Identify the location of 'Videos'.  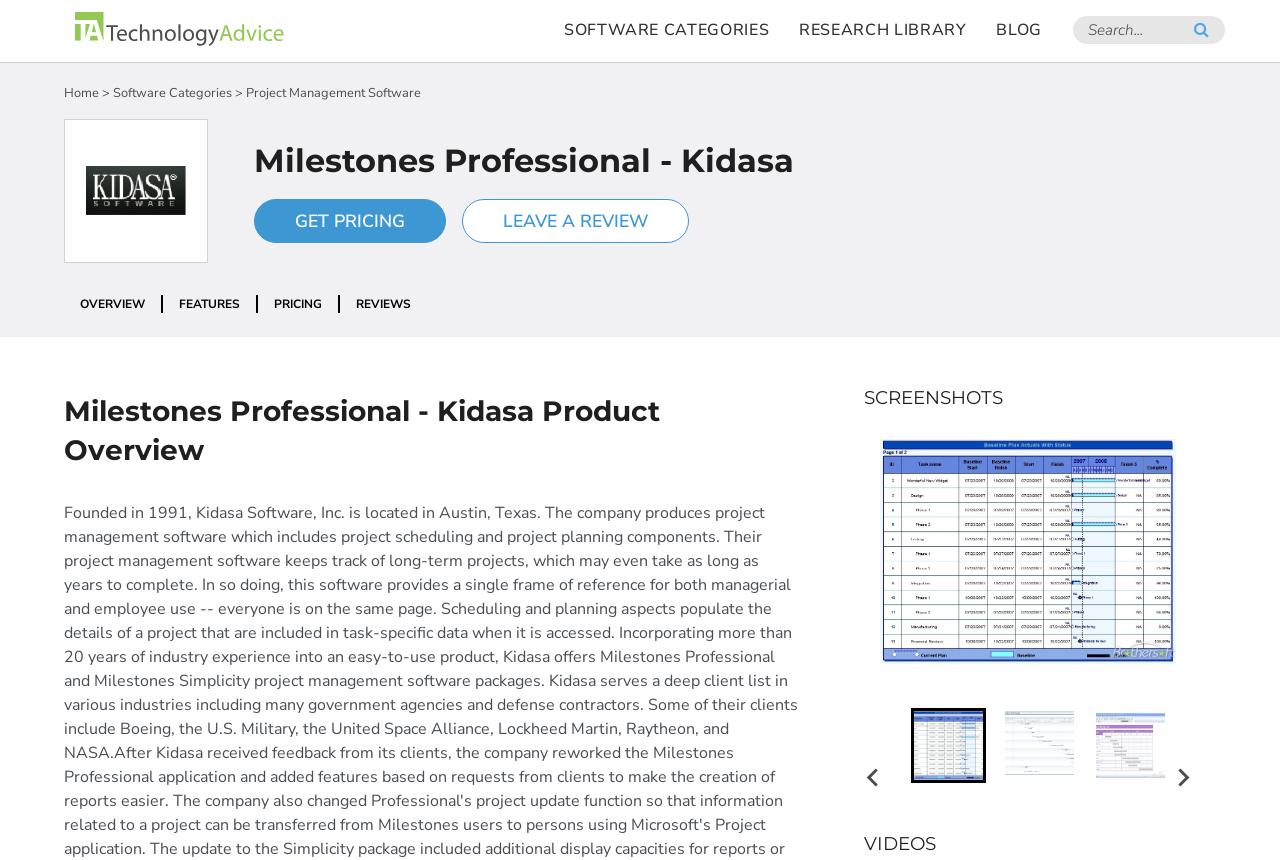
(898, 842).